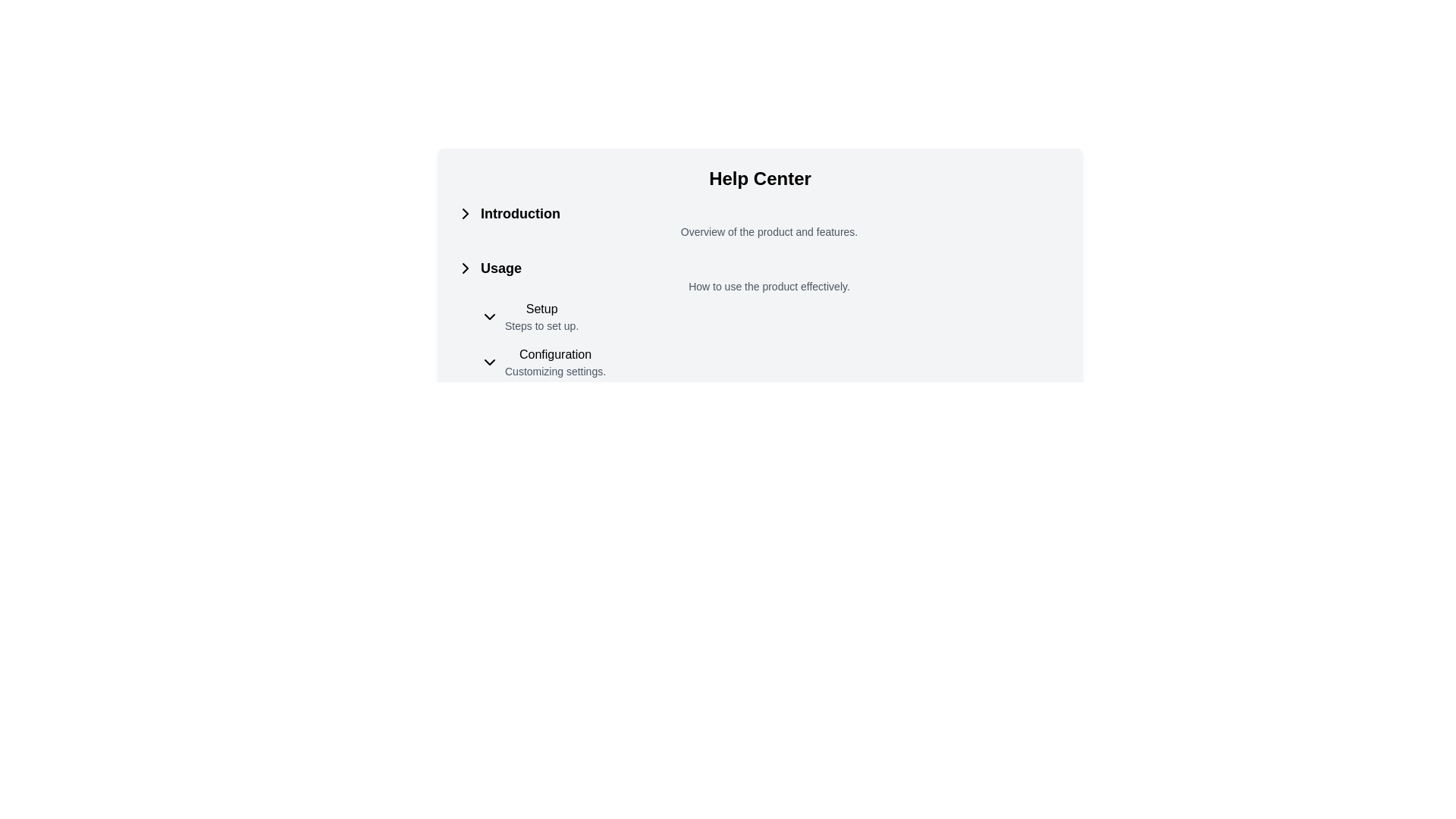 This screenshot has height=819, width=1456. I want to click on the informational Text Label located under the 'Configuration' section in the left-hand menu, so click(554, 371).